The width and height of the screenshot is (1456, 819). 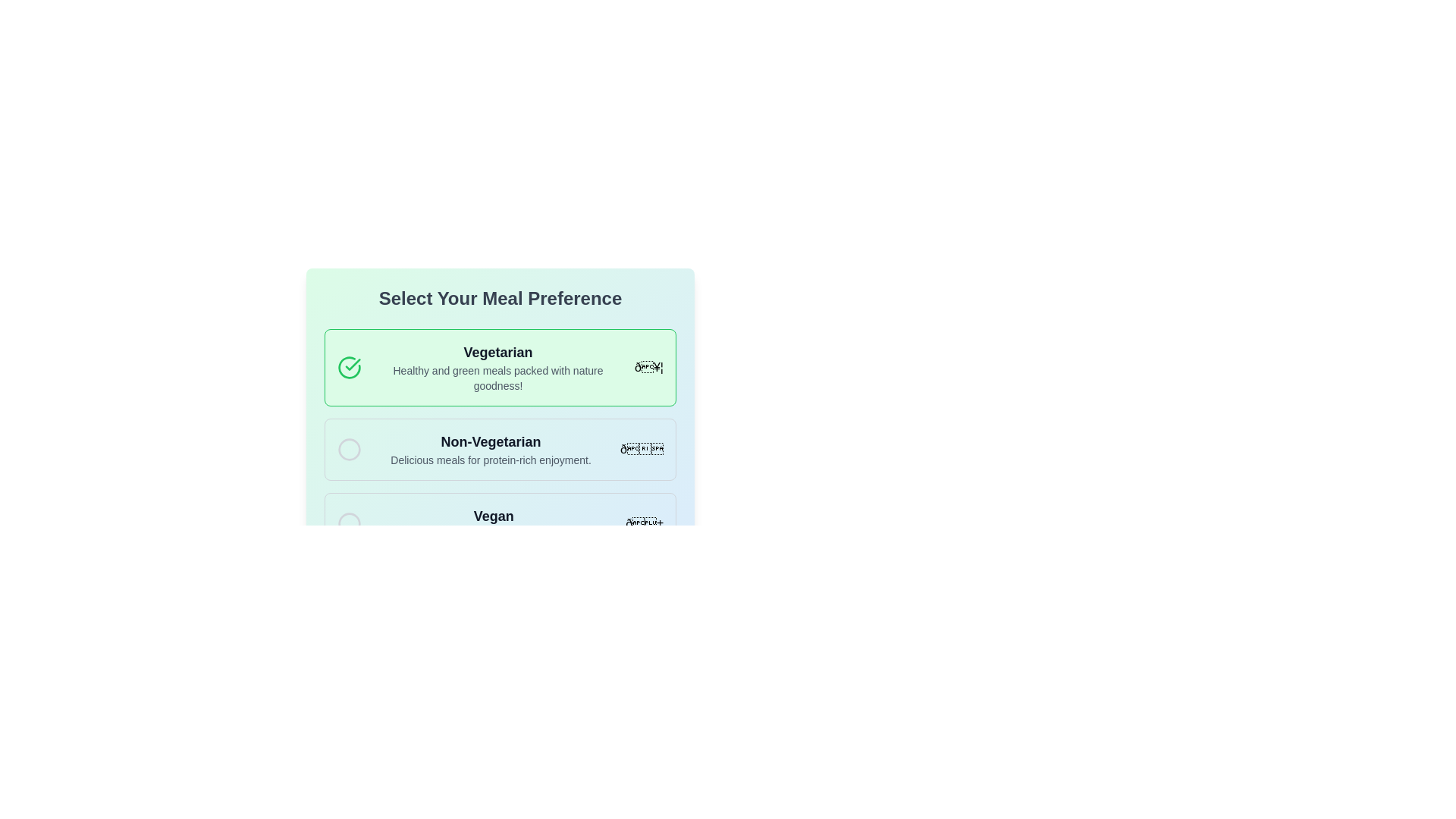 I want to click on the small text/icon '📦' located on the far-right side of the 'Vegetarian' choice card within the meal preferences list, so click(x=648, y=367).